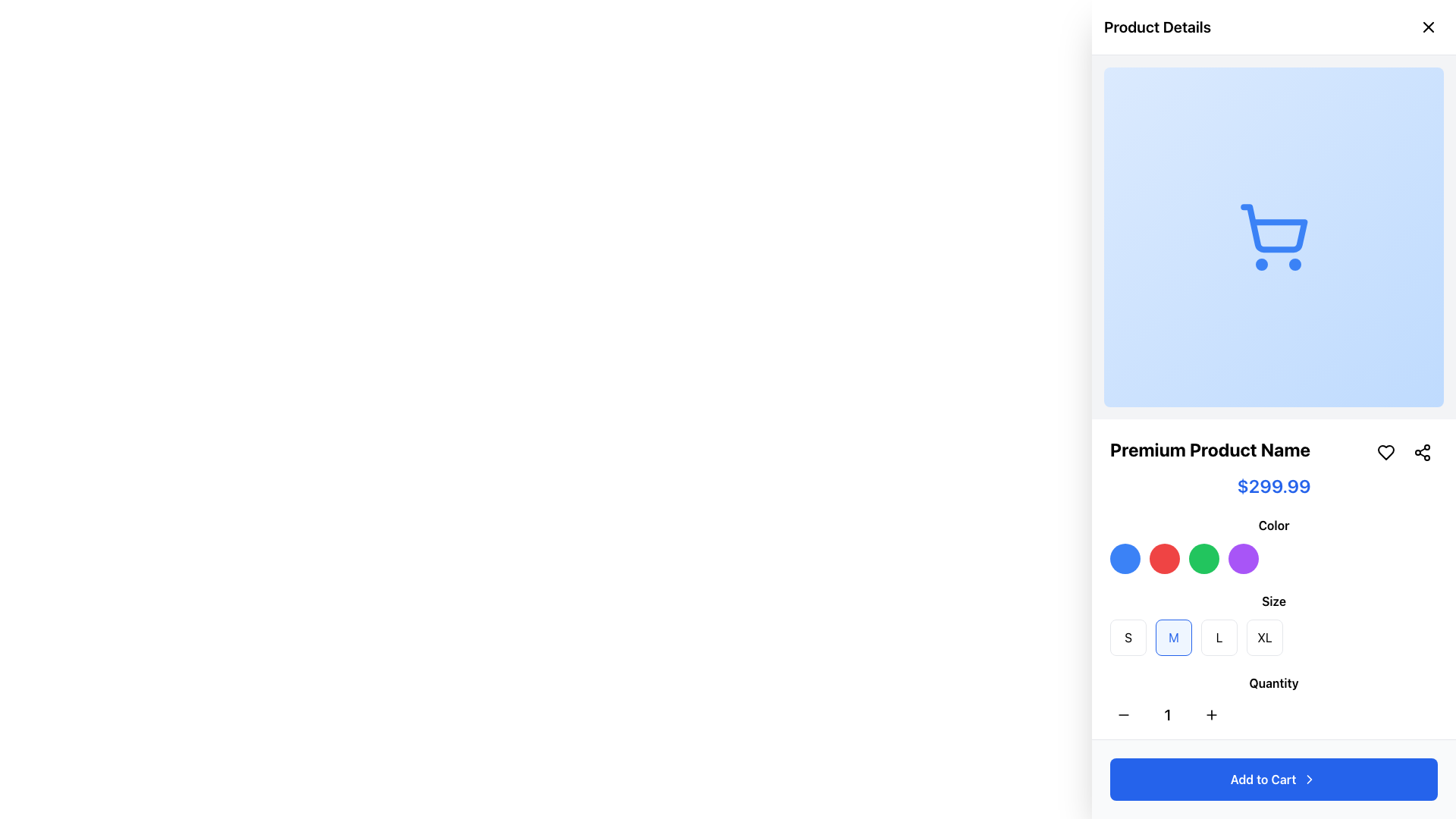 Image resolution: width=1456 pixels, height=819 pixels. Describe the element at coordinates (1274, 228) in the screenshot. I see `the shopping cart icon with a blue outline, located in the top portion of the product details section` at that location.